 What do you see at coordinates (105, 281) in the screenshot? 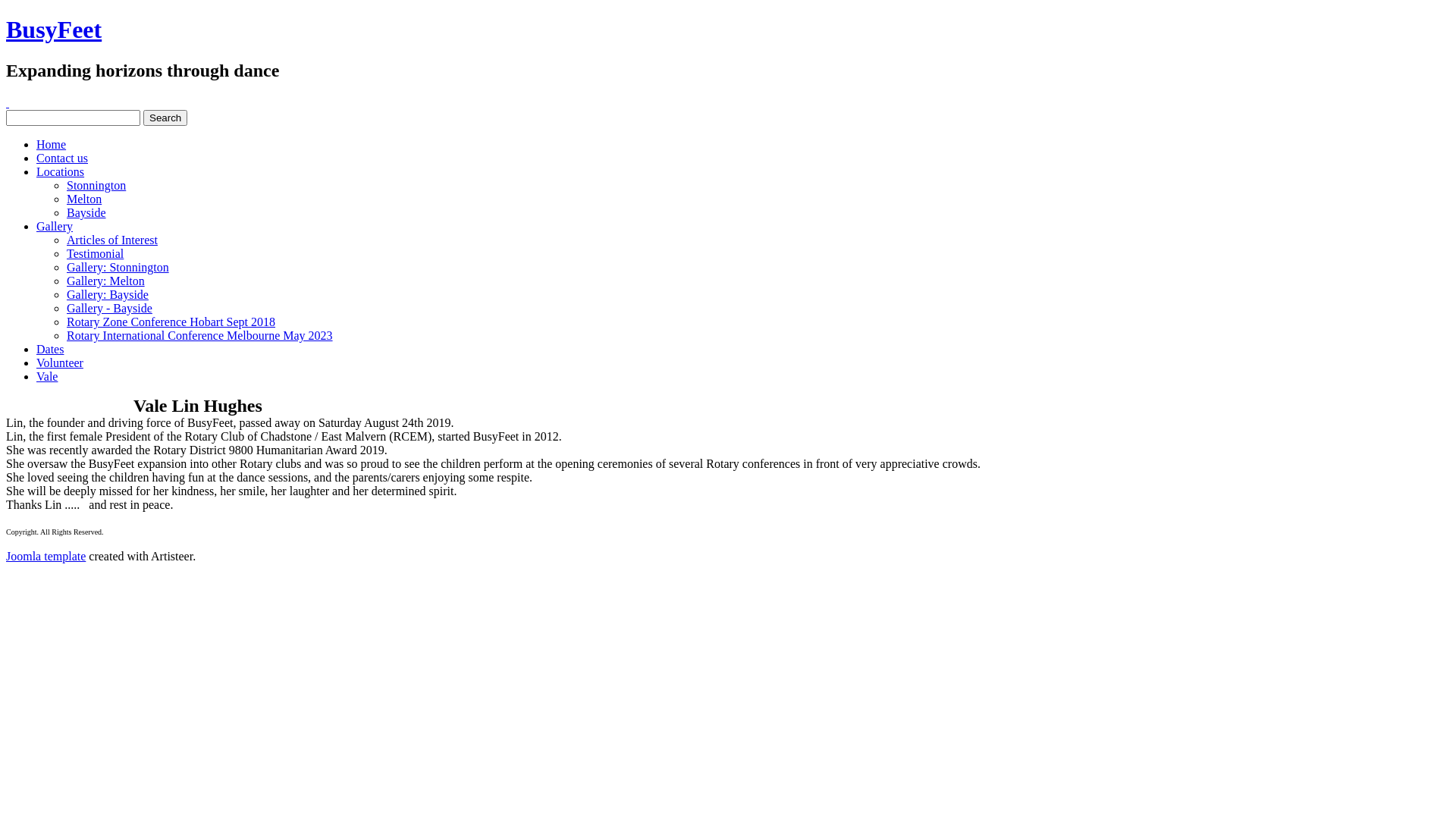
I see `'Gallery: Melton'` at bounding box center [105, 281].